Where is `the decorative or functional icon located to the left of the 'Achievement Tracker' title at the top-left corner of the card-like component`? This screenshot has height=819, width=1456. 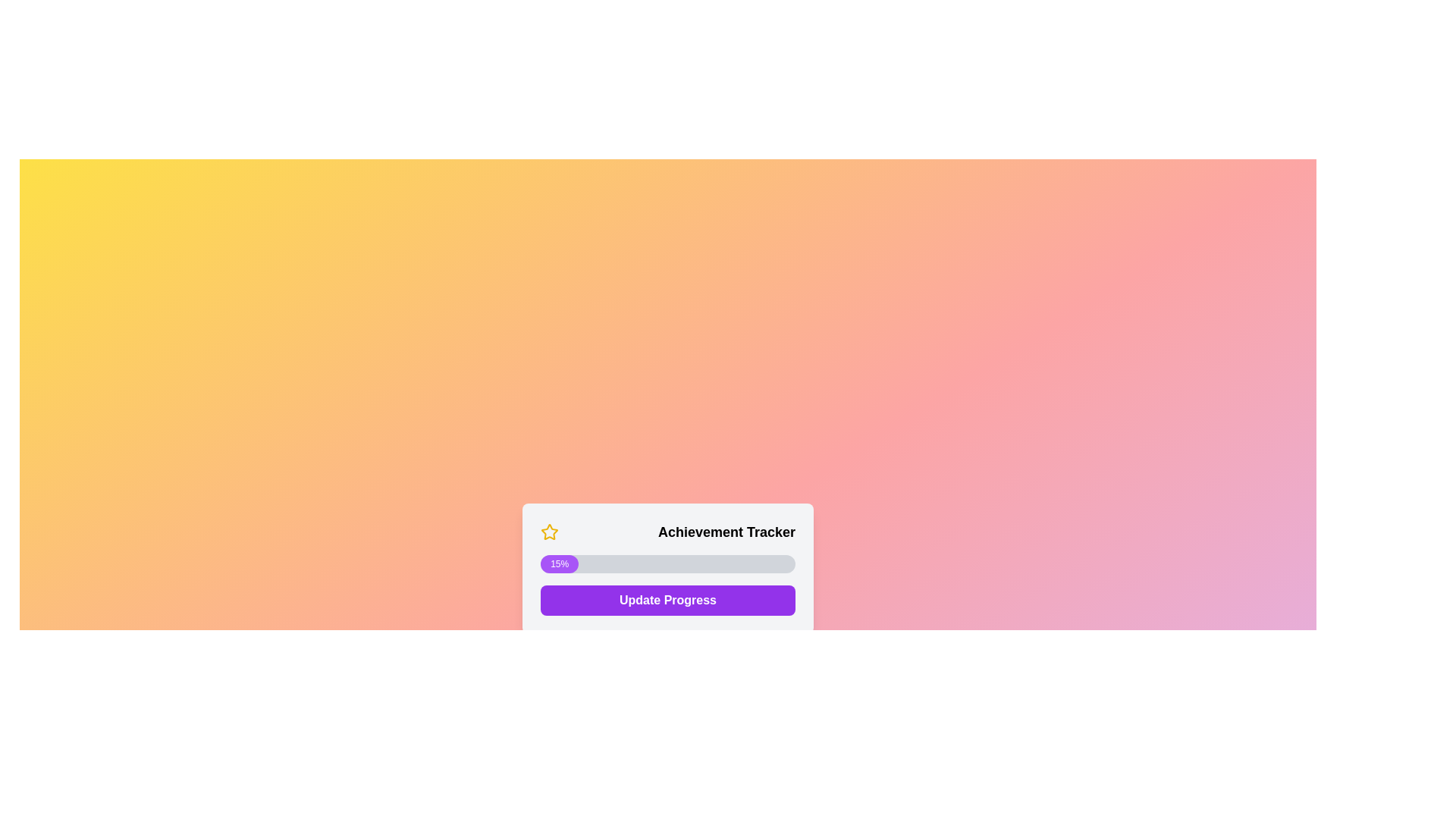 the decorative or functional icon located to the left of the 'Achievement Tracker' title at the top-left corner of the card-like component is located at coordinates (548, 531).